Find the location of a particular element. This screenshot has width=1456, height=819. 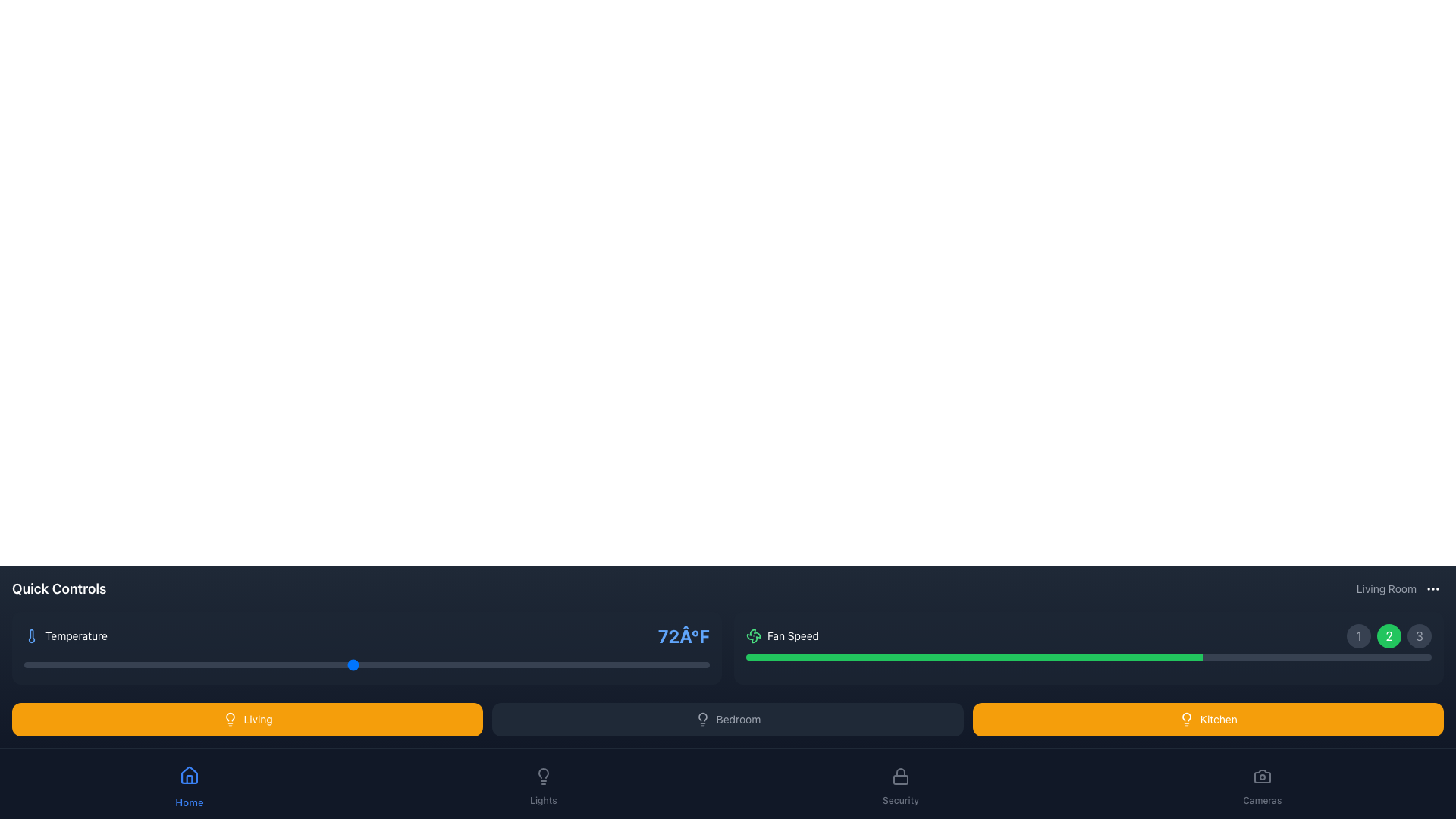

the 'Cameras' icon located centrally at the bottom section of the interface, which serves as a visual indicator for camera controls is located at coordinates (1262, 776).